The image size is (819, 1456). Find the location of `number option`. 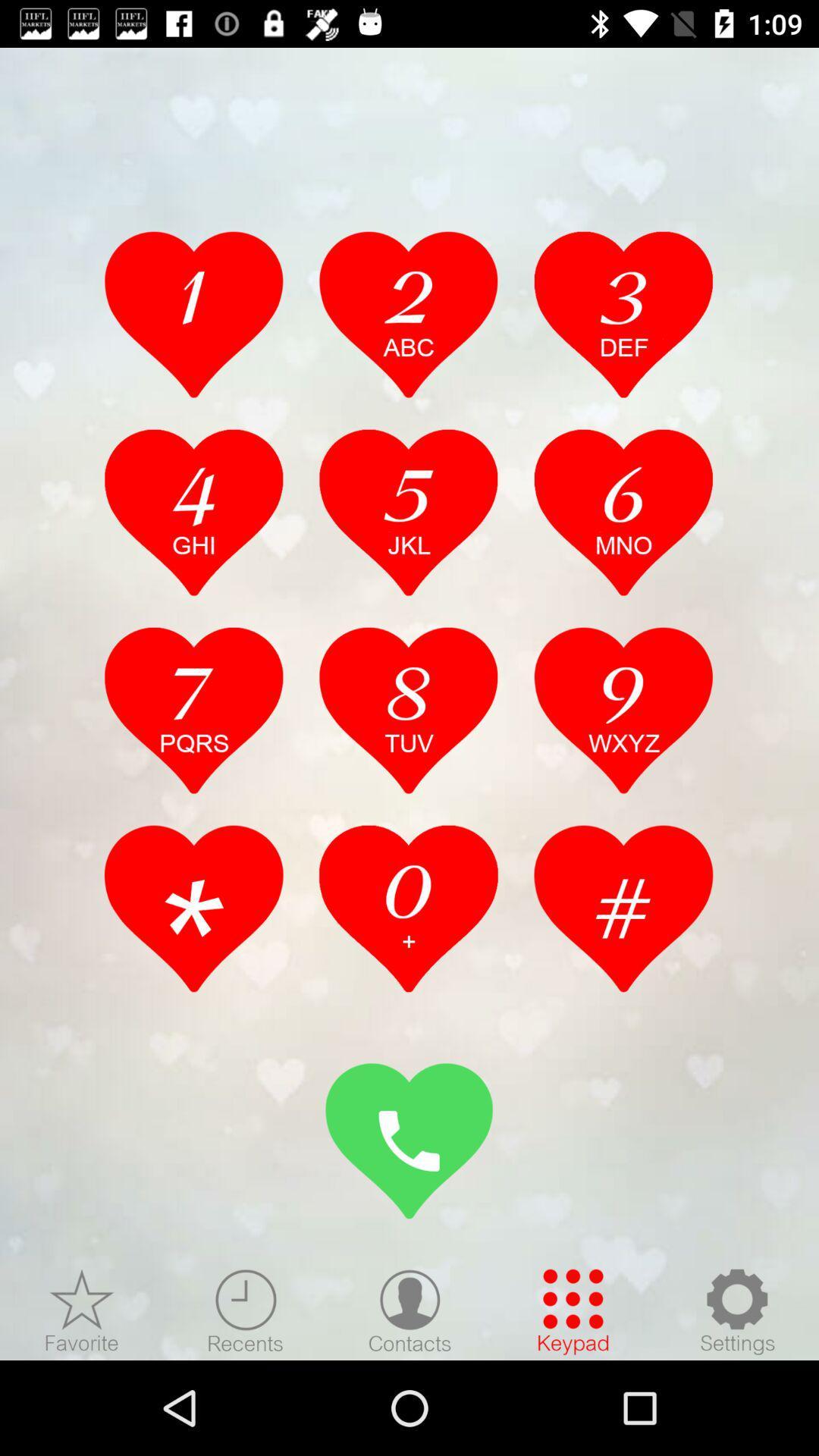

number option is located at coordinates (408, 908).